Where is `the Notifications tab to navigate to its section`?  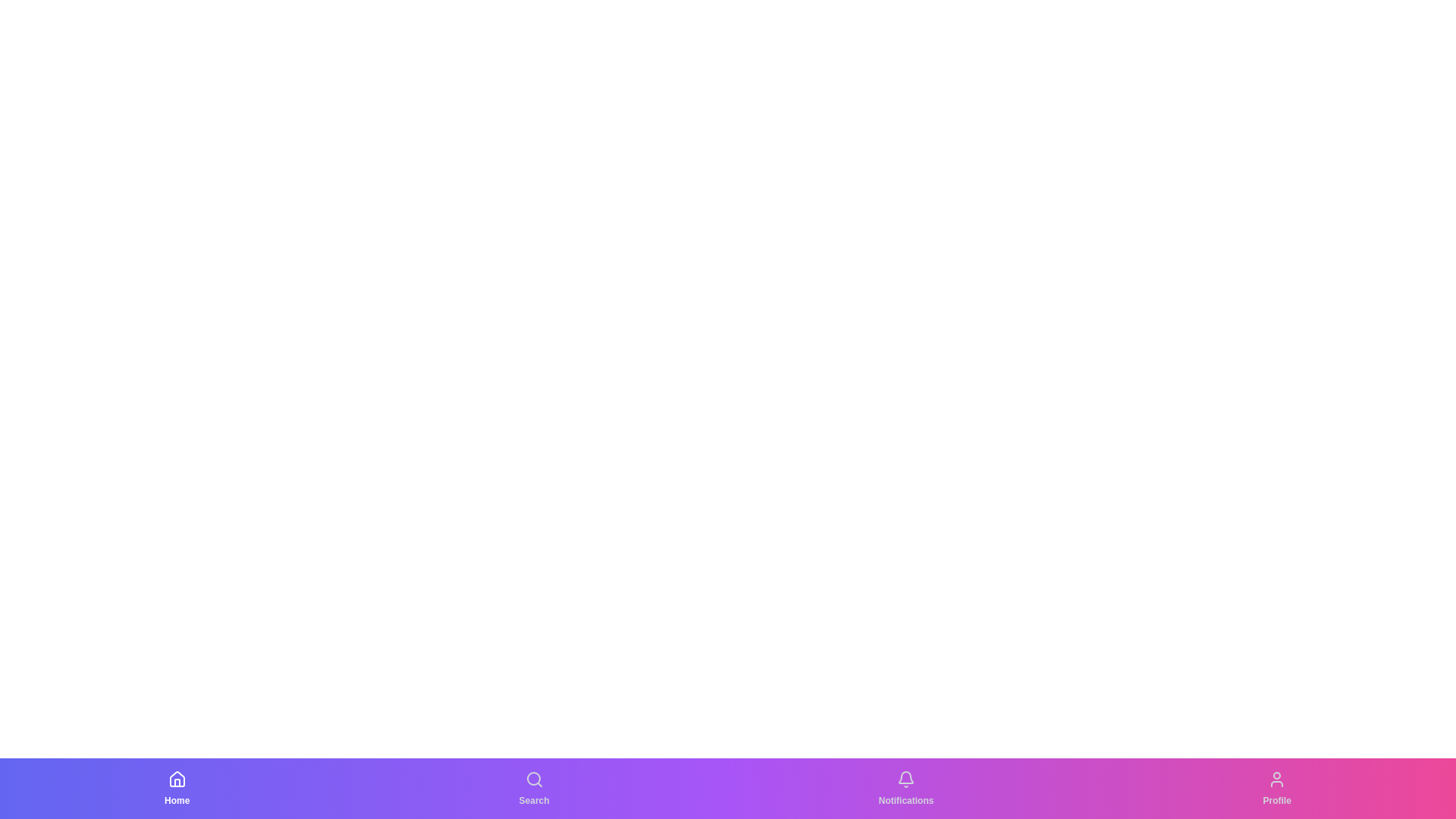
the Notifications tab to navigate to its section is located at coordinates (906, 788).